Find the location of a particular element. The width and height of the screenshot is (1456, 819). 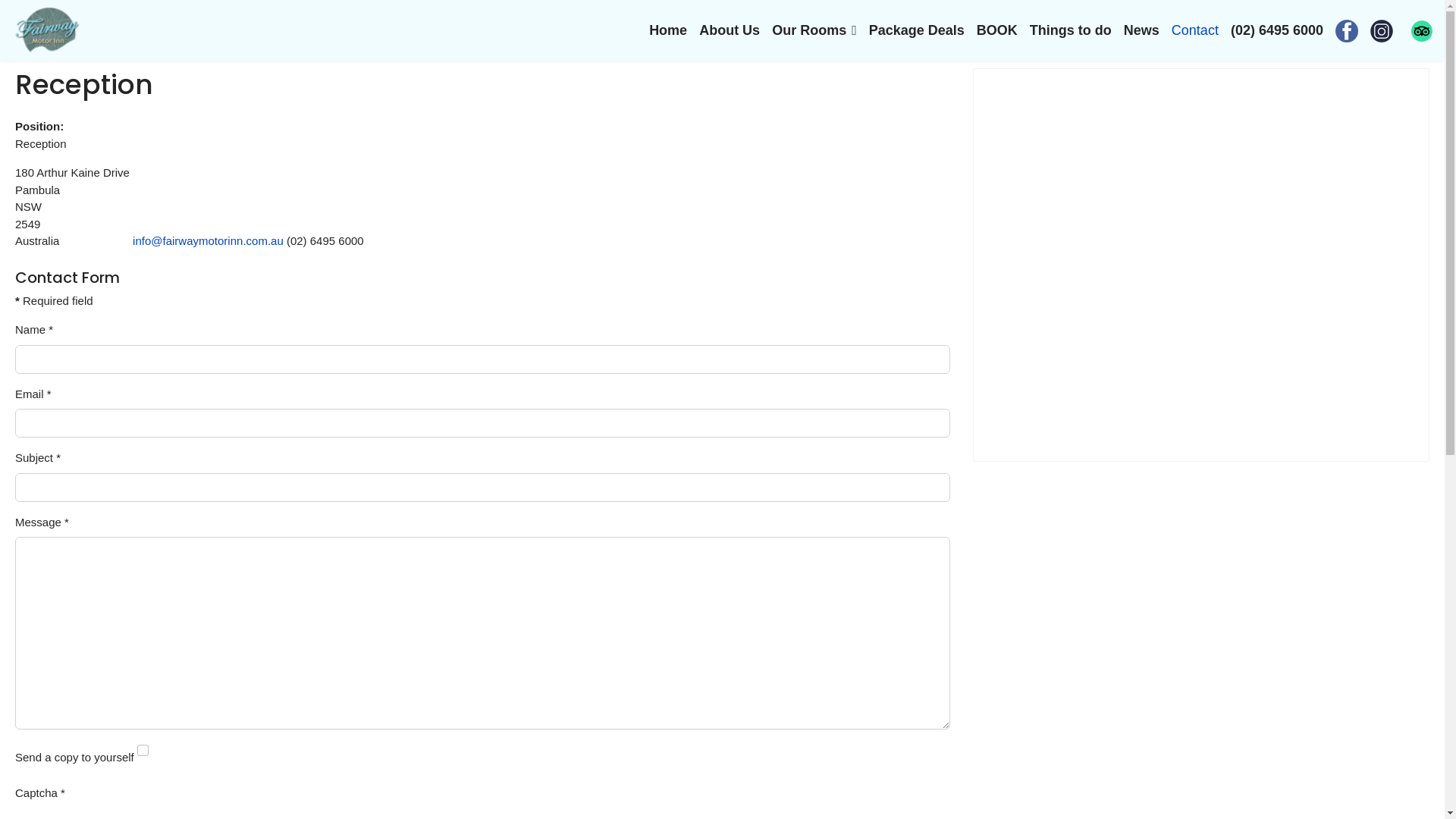

'About Us' is located at coordinates (729, 30).